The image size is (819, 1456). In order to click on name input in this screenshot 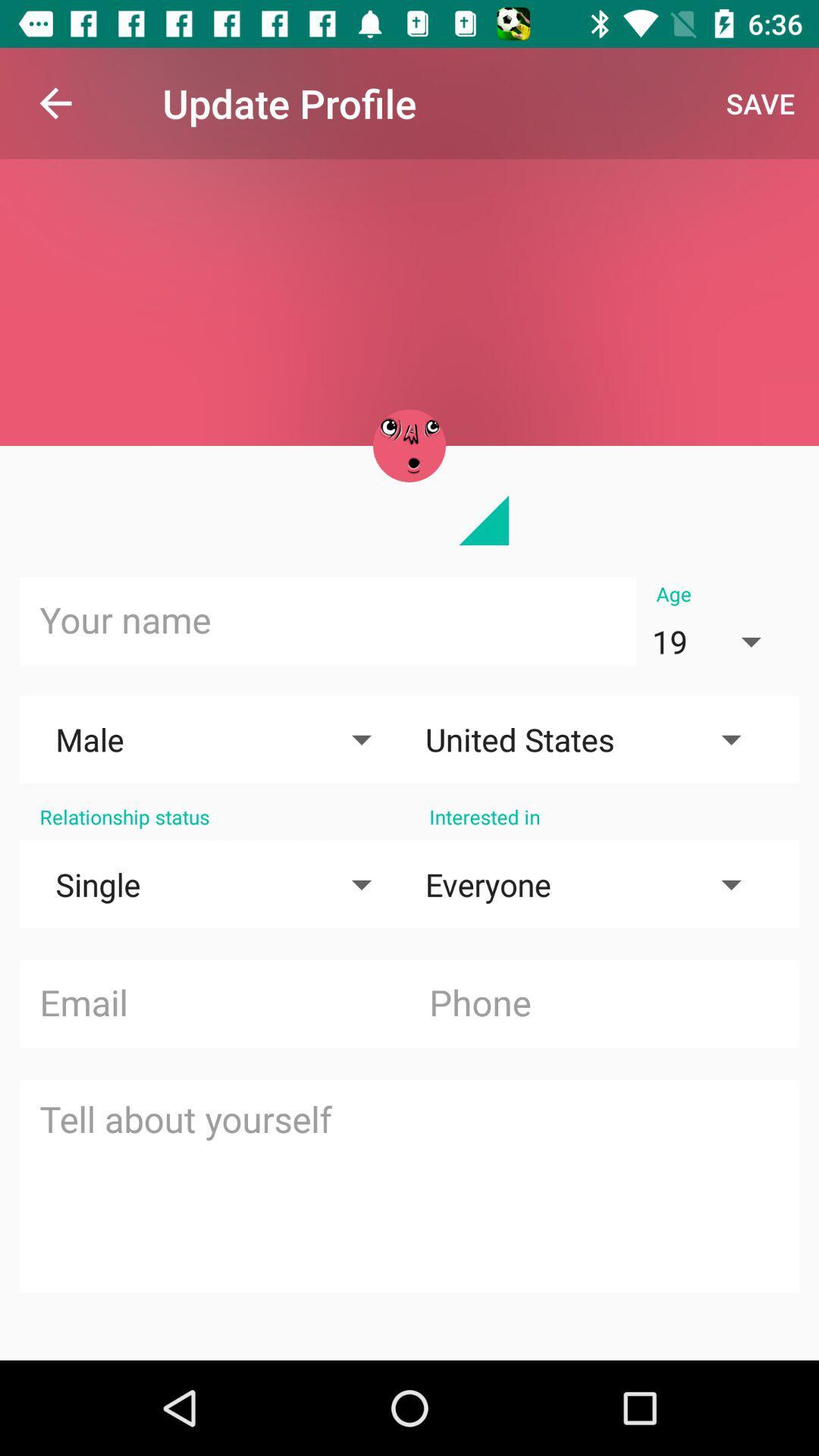, I will do `click(327, 621)`.